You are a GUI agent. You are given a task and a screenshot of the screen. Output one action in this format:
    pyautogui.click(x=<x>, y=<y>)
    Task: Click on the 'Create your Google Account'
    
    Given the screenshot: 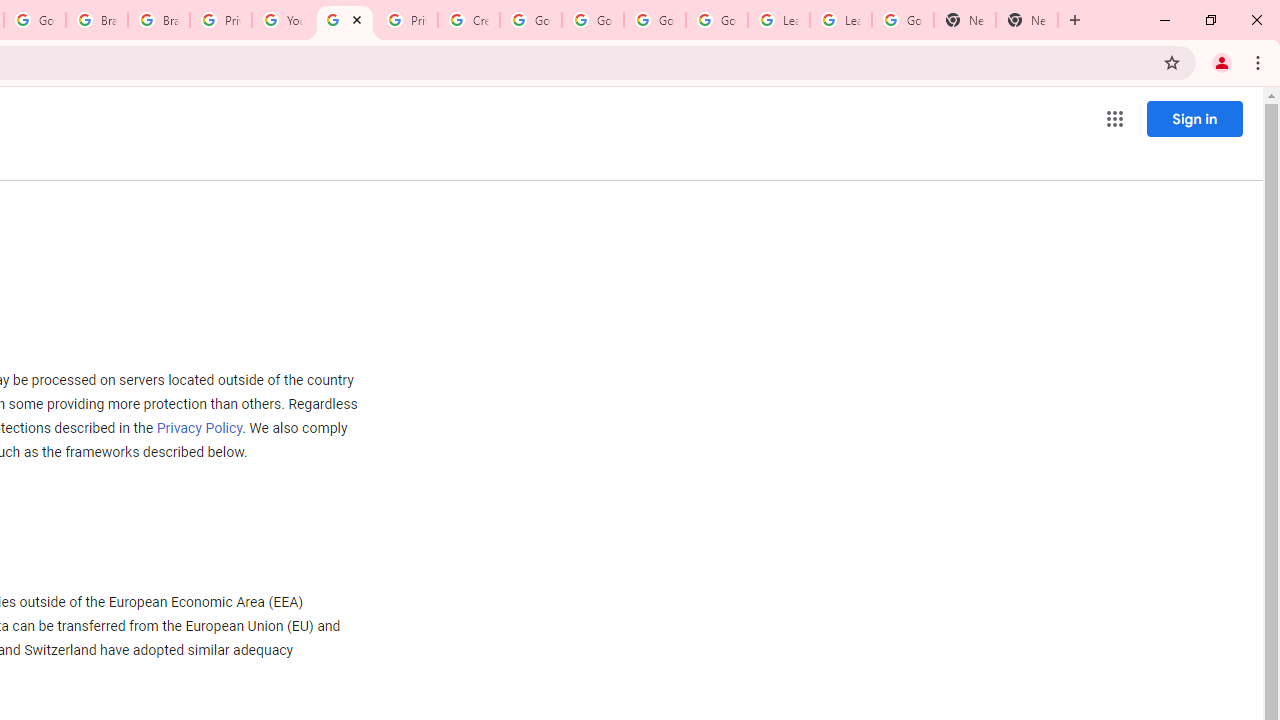 What is the action you would take?
    pyautogui.click(x=468, y=20)
    